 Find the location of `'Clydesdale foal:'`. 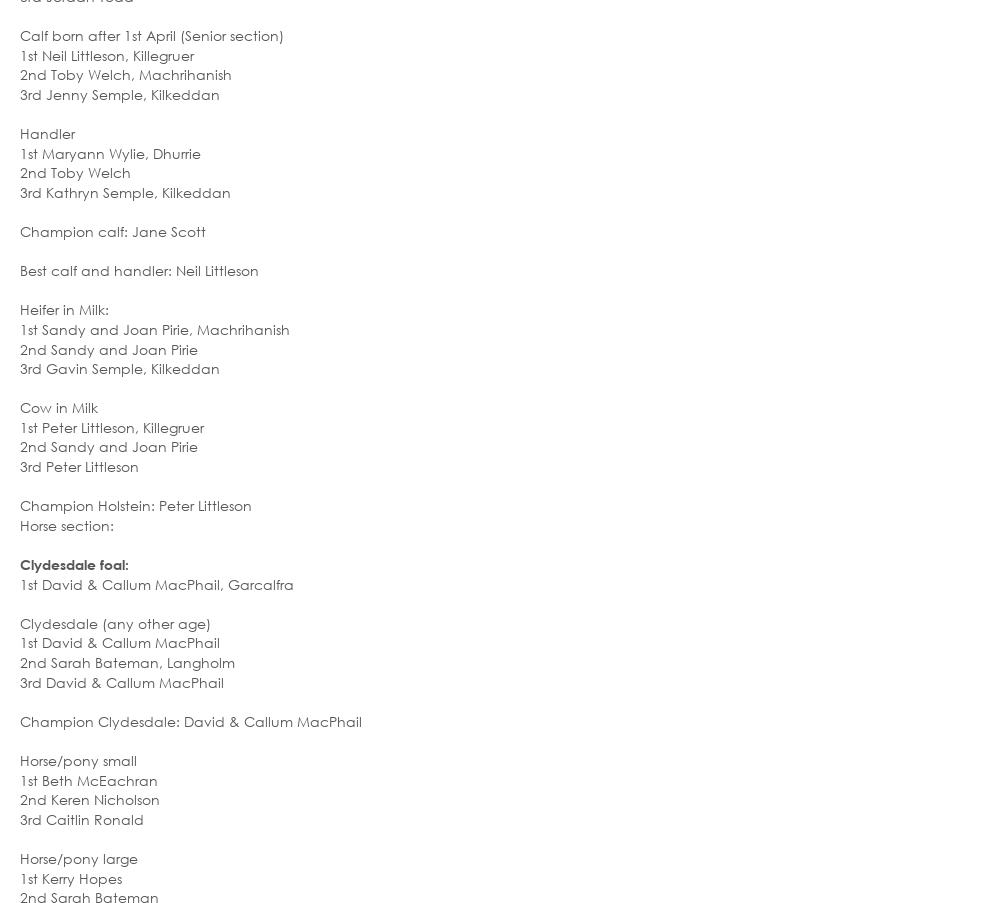

'Clydesdale foal:' is located at coordinates (73, 563).